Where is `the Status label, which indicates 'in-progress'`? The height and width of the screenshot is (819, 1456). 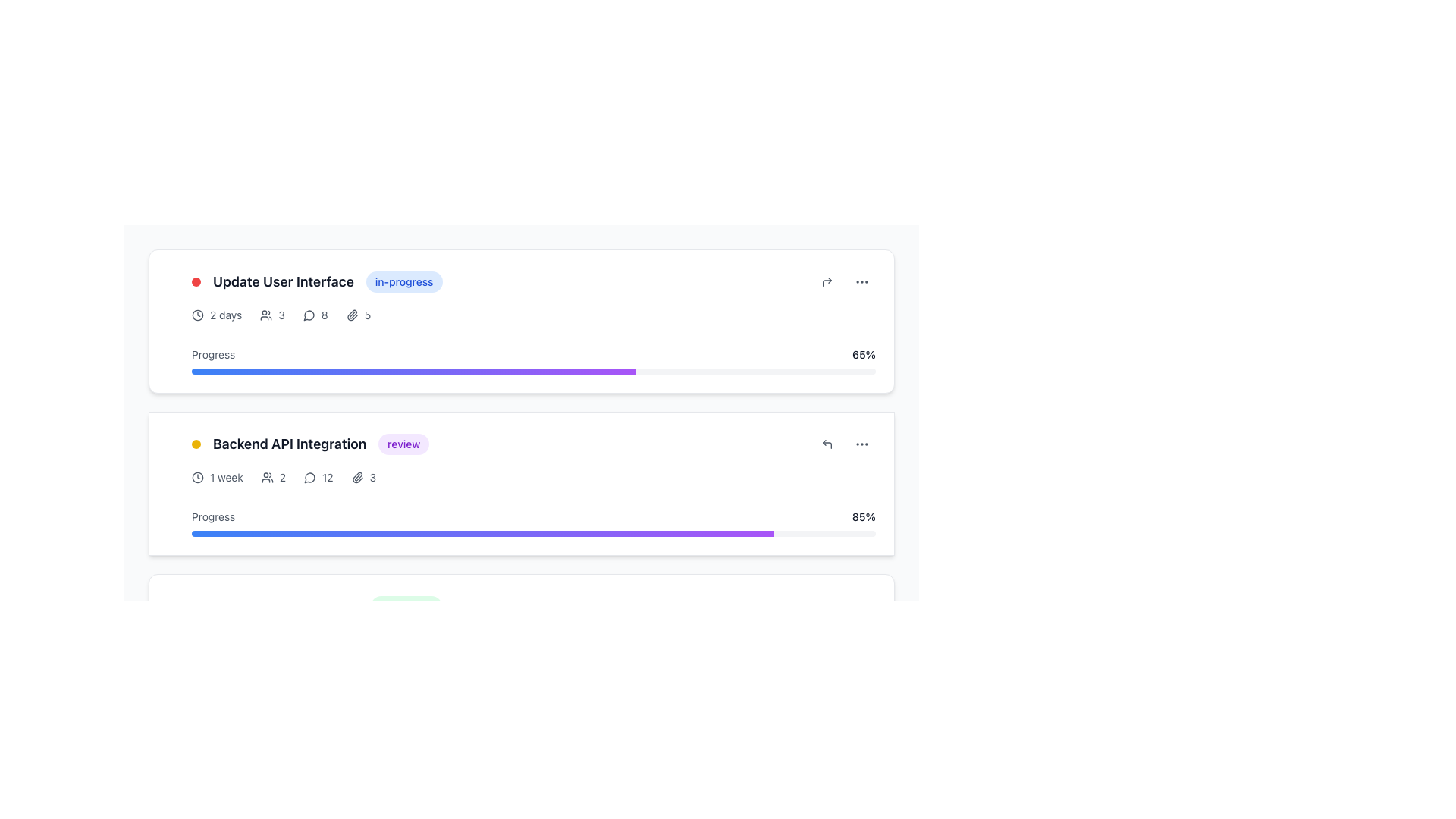
the Status label, which indicates 'in-progress' is located at coordinates (404, 281).